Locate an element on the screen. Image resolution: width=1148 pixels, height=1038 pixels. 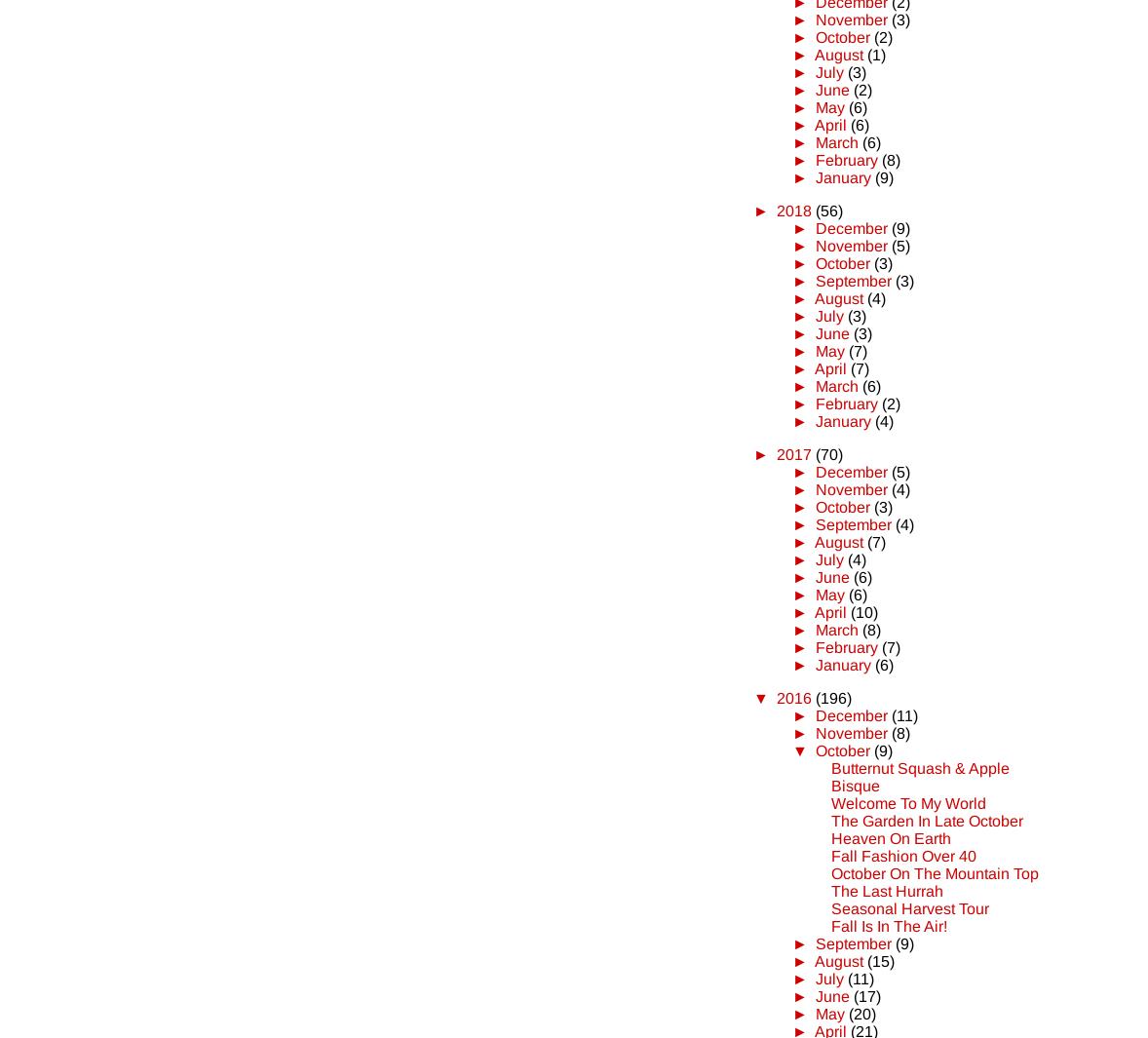
'2017' is located at coordinates (791, 452).